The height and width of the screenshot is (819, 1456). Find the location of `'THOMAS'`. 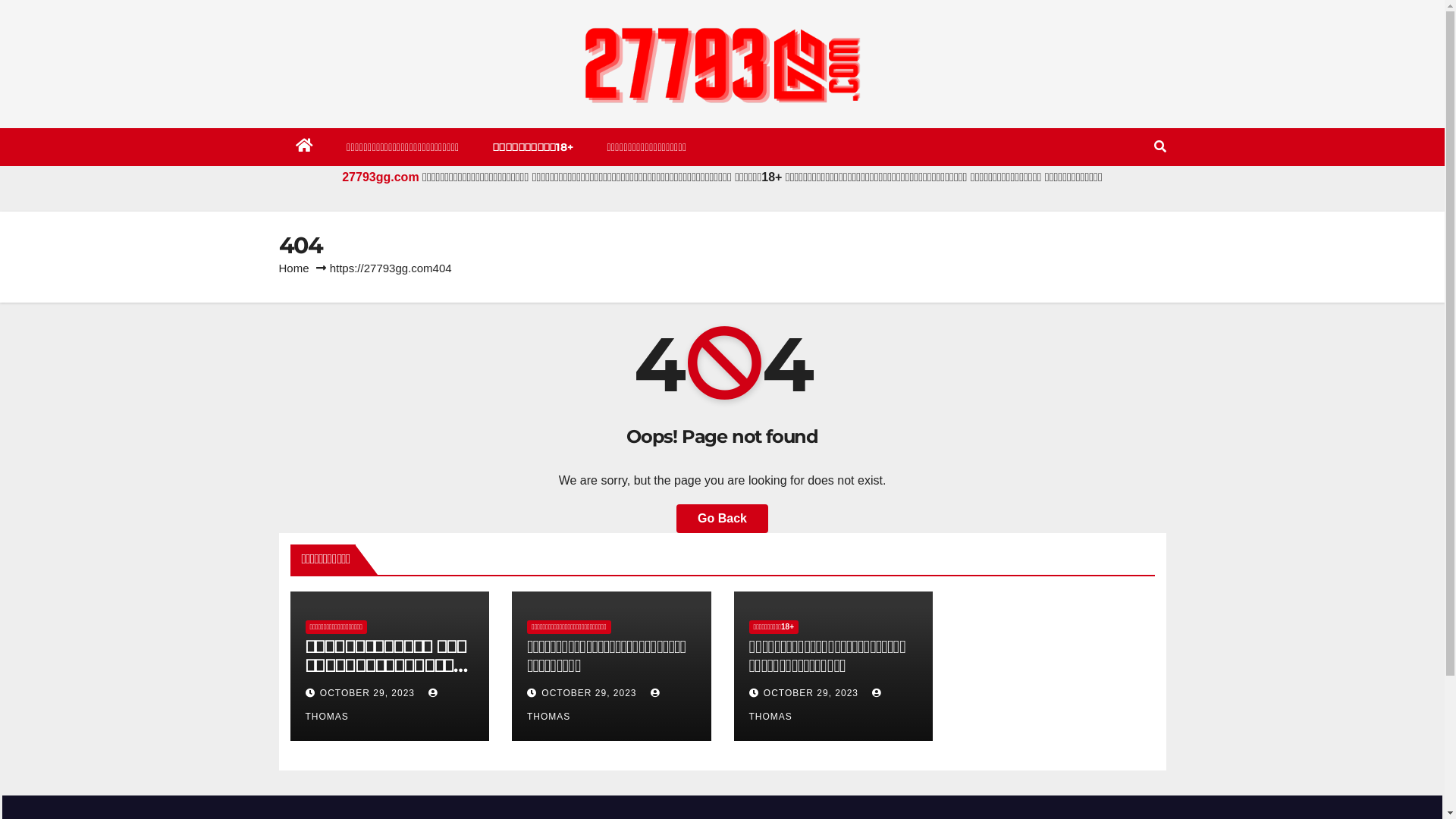

'THOMAS' is located at coordinates (817, 704).